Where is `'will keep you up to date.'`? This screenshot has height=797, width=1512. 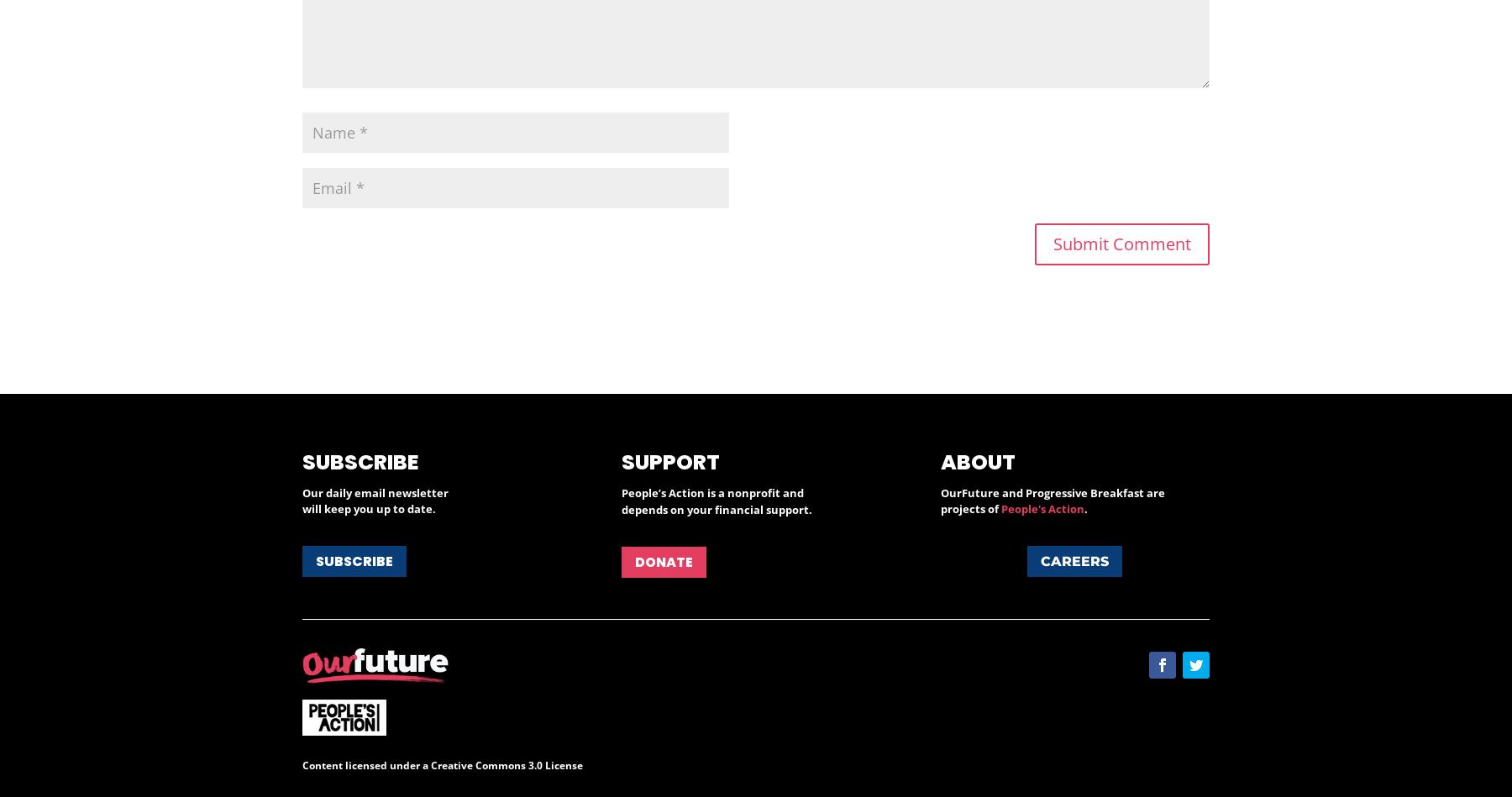 'will keep you up to date.' is located at coordinates (369, 508).